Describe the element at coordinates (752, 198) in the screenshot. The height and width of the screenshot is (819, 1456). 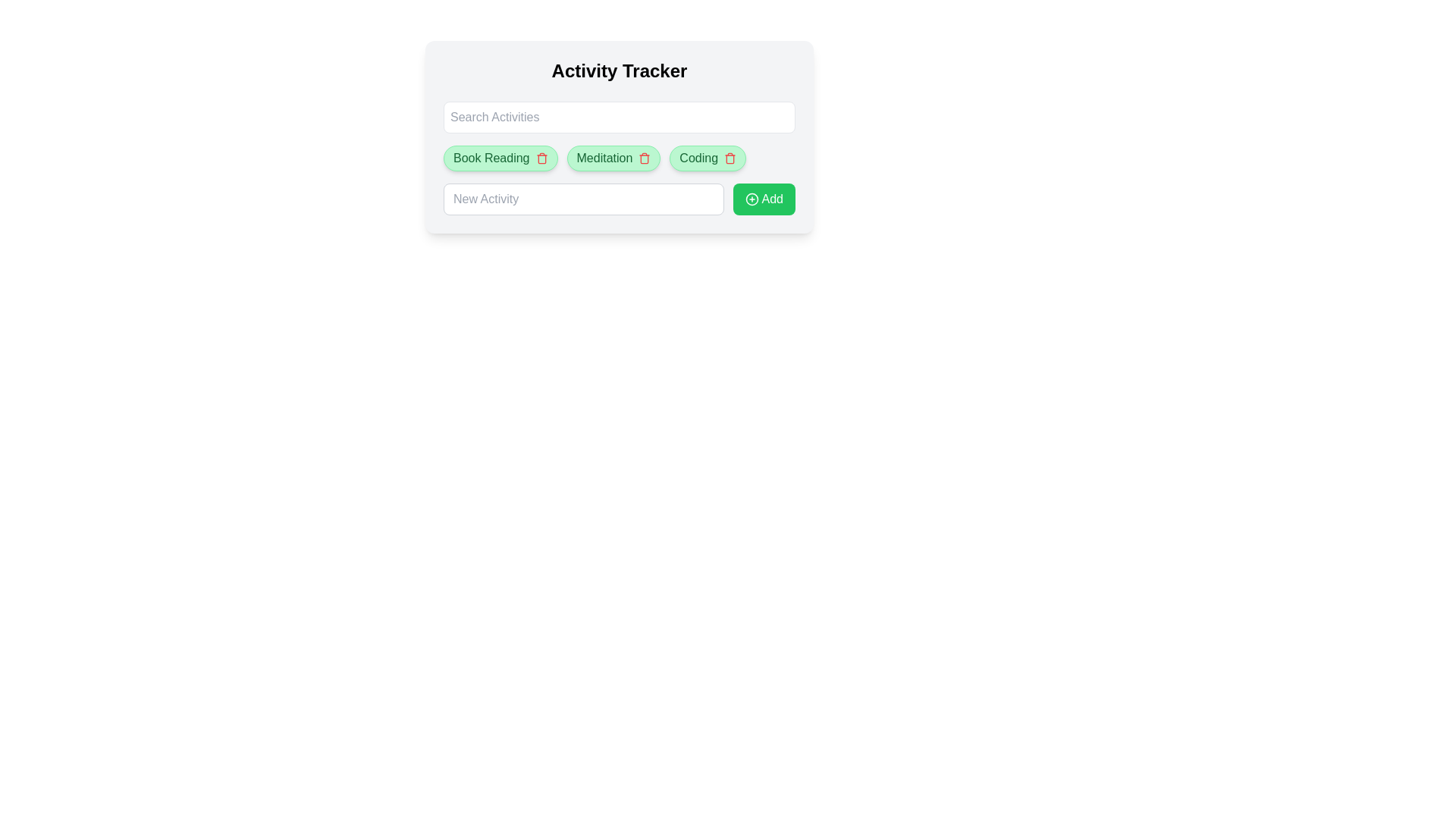
I see `the circular icon with a cross inside, which is part of the 'Add' button located on the far right side of the UI, next to the 'New Activity' input field` at that location.